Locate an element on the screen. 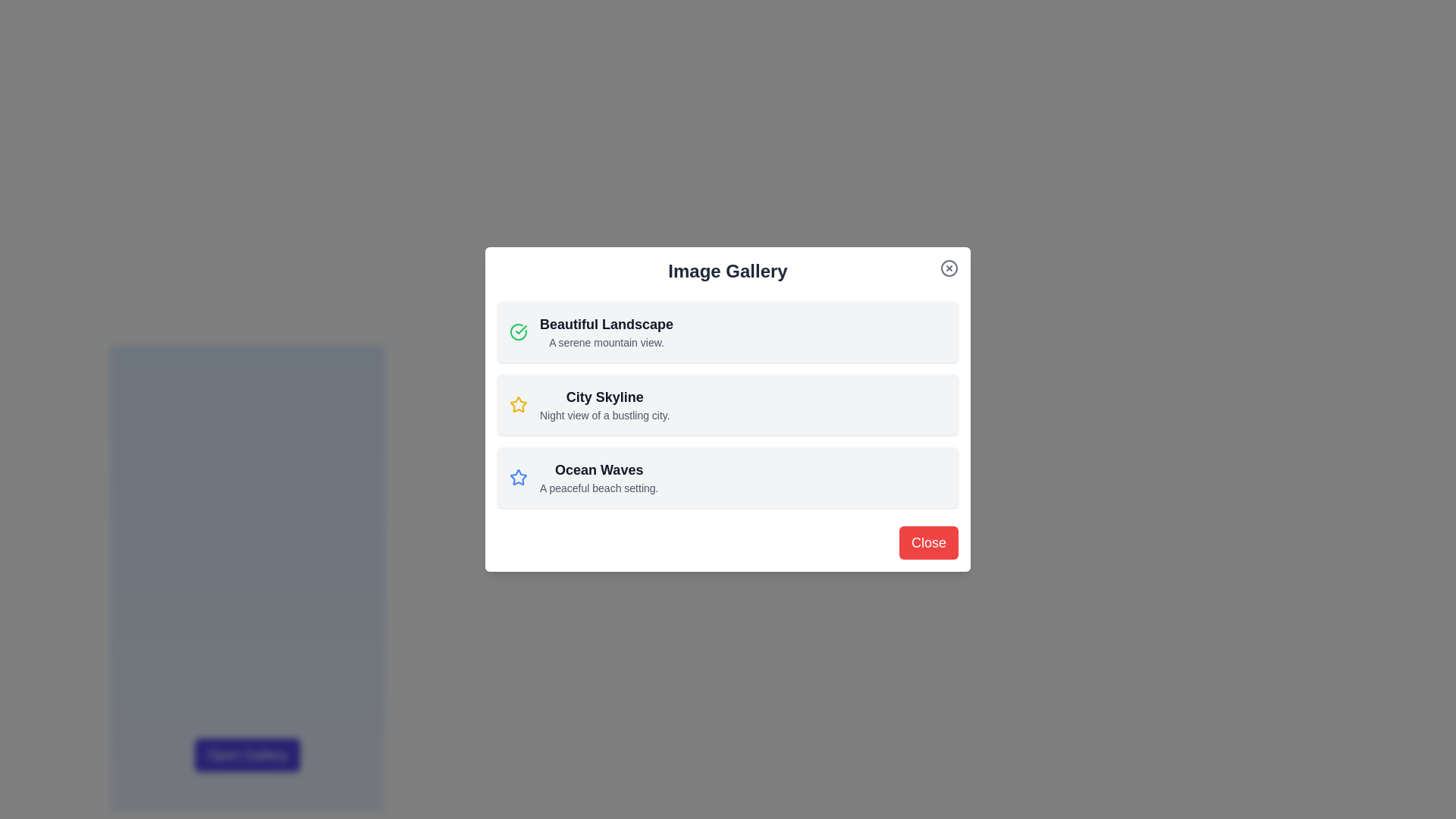  text displayed in the 'Image Gallery' header, which is a large, bold, and centrally aligned text at the top of the modal is located at coordinates (728, 271).